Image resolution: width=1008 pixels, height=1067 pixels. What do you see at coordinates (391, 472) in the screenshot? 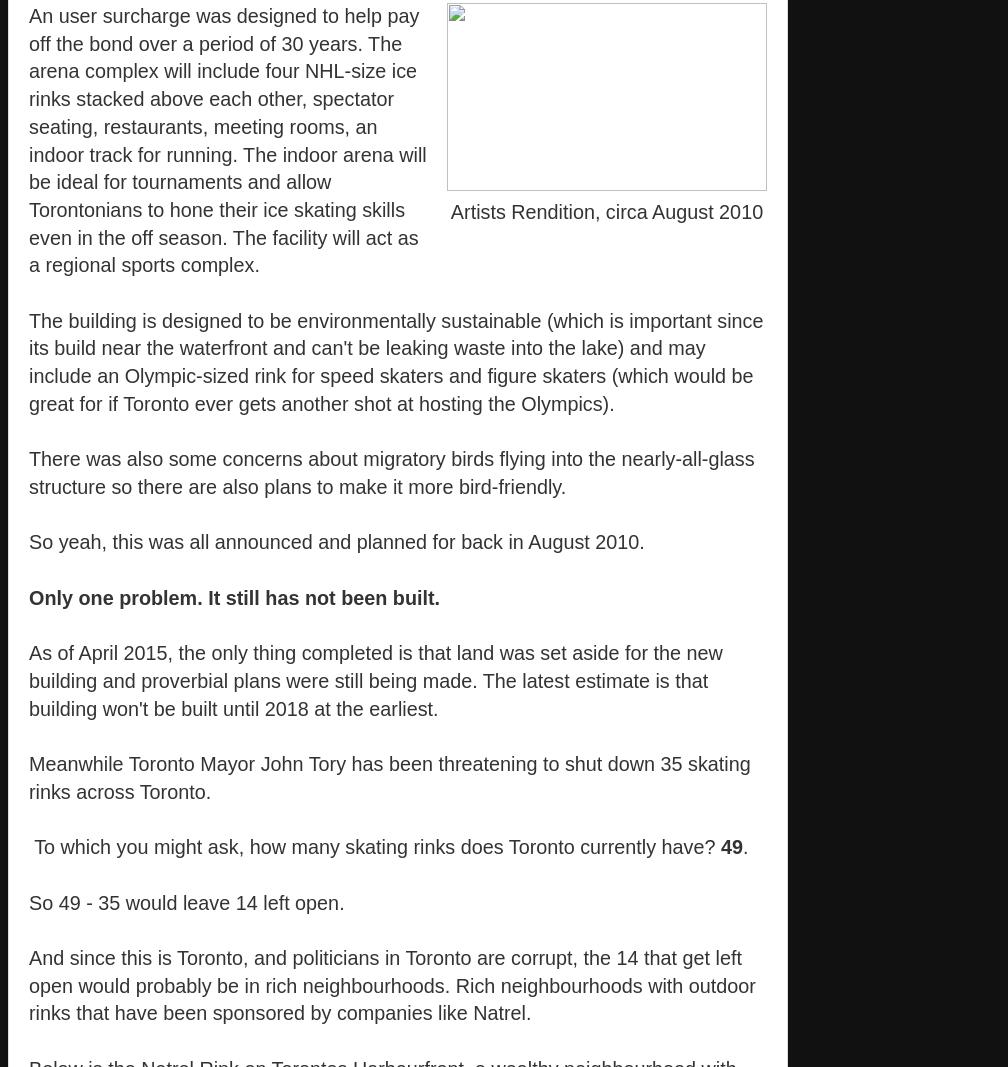
I see `'There was also some concerns  about migratory birds flying into the nearly-all-glass structure so there are  also plans to make it more bird-friendly.'` at bounding box center [391, 472].